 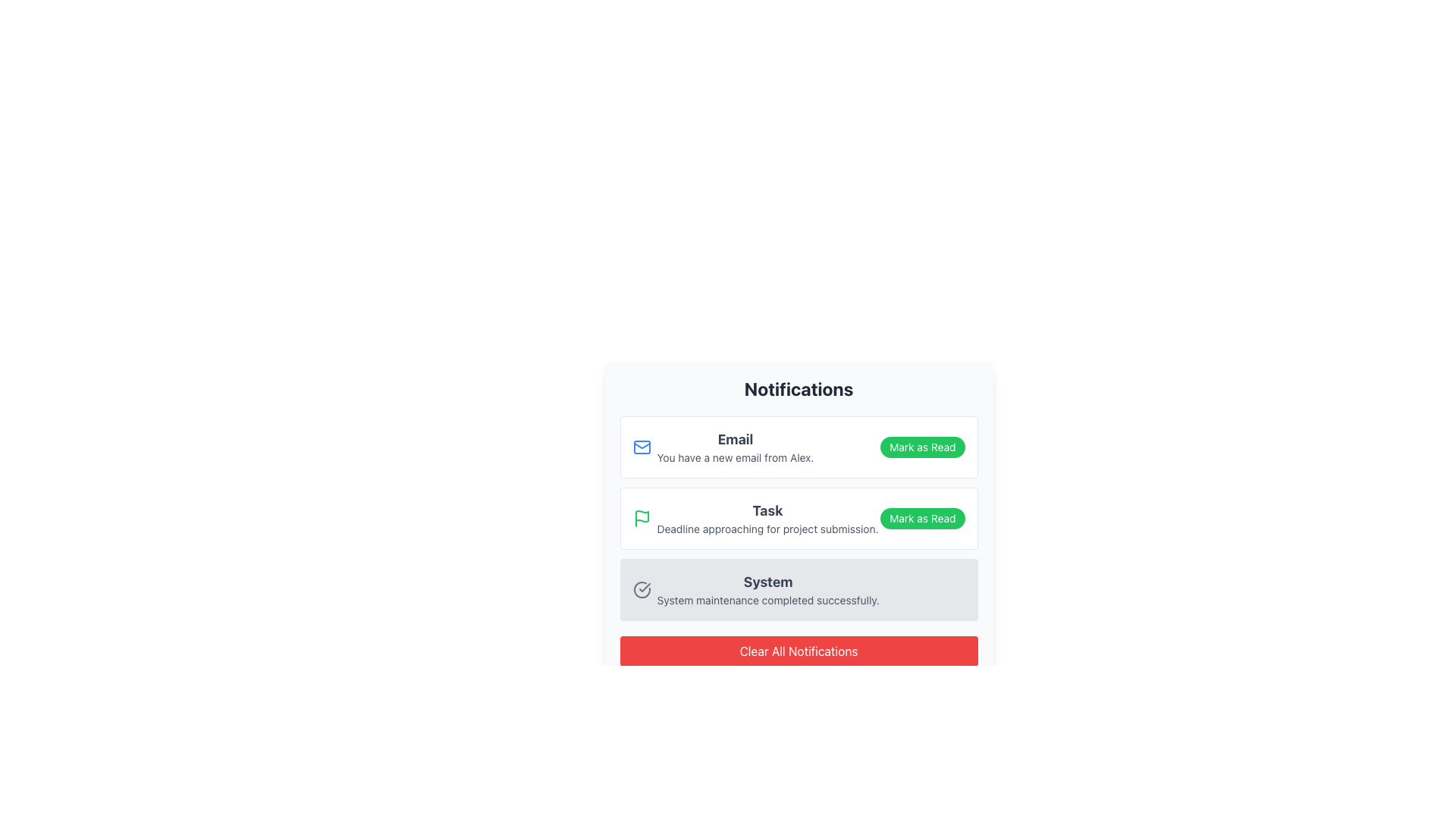 I want to click on the third notification card in the notifications list, which indicates that a system maintenance task has been successfully completed, so click(x=756, y=589).